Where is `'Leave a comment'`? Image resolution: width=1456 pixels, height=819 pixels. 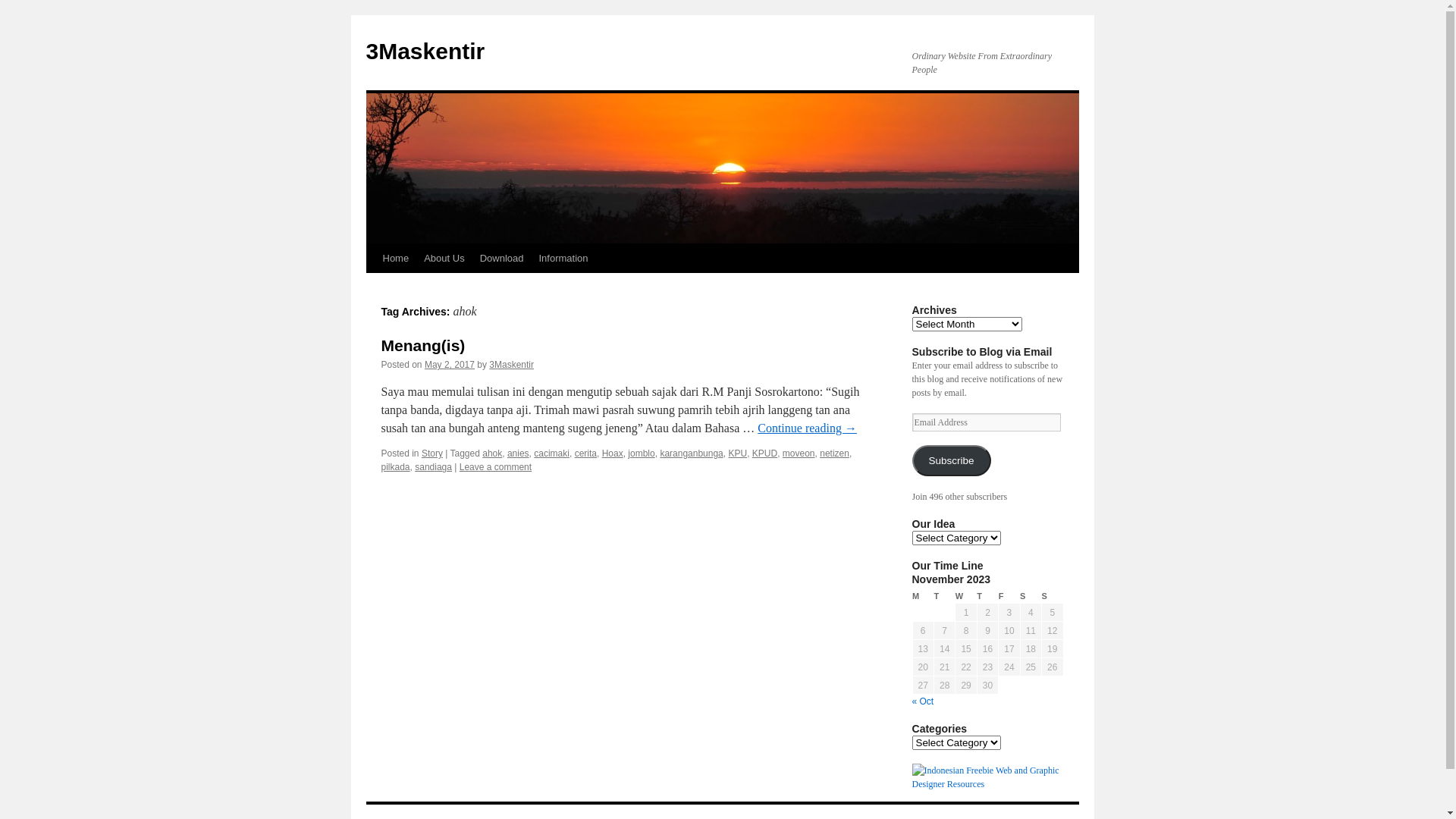 'Leave a comment' is located at coordinates (495, 466).